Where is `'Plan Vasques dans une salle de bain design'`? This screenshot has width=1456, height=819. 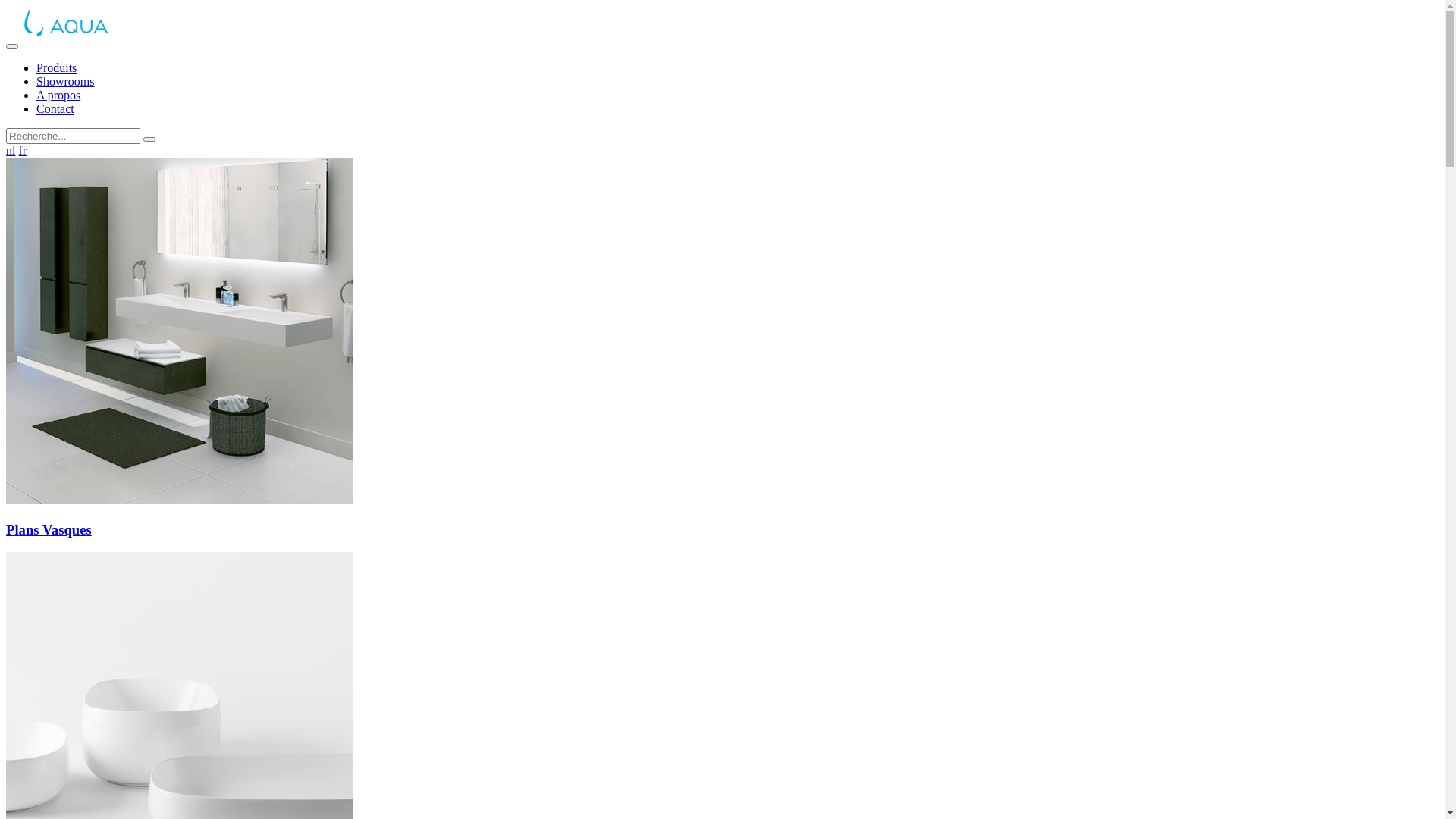
'Plan Vasques dans une salle de bain design' is located at coordinates (179, 330).